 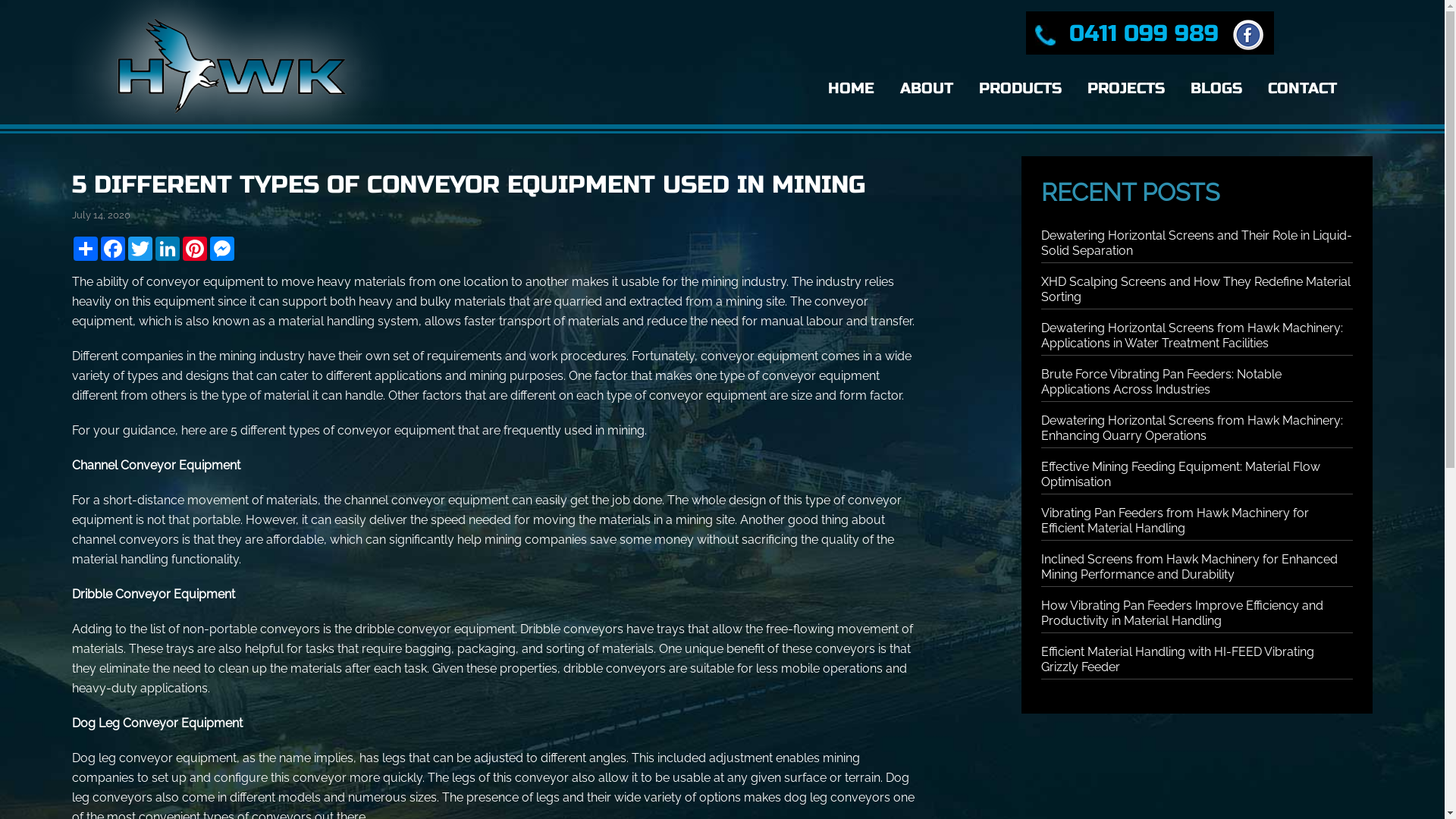 What do you see at coordinates (926, 88) in the screenshot?
I see `'ABOUT'` at bounding box center [926, 88].